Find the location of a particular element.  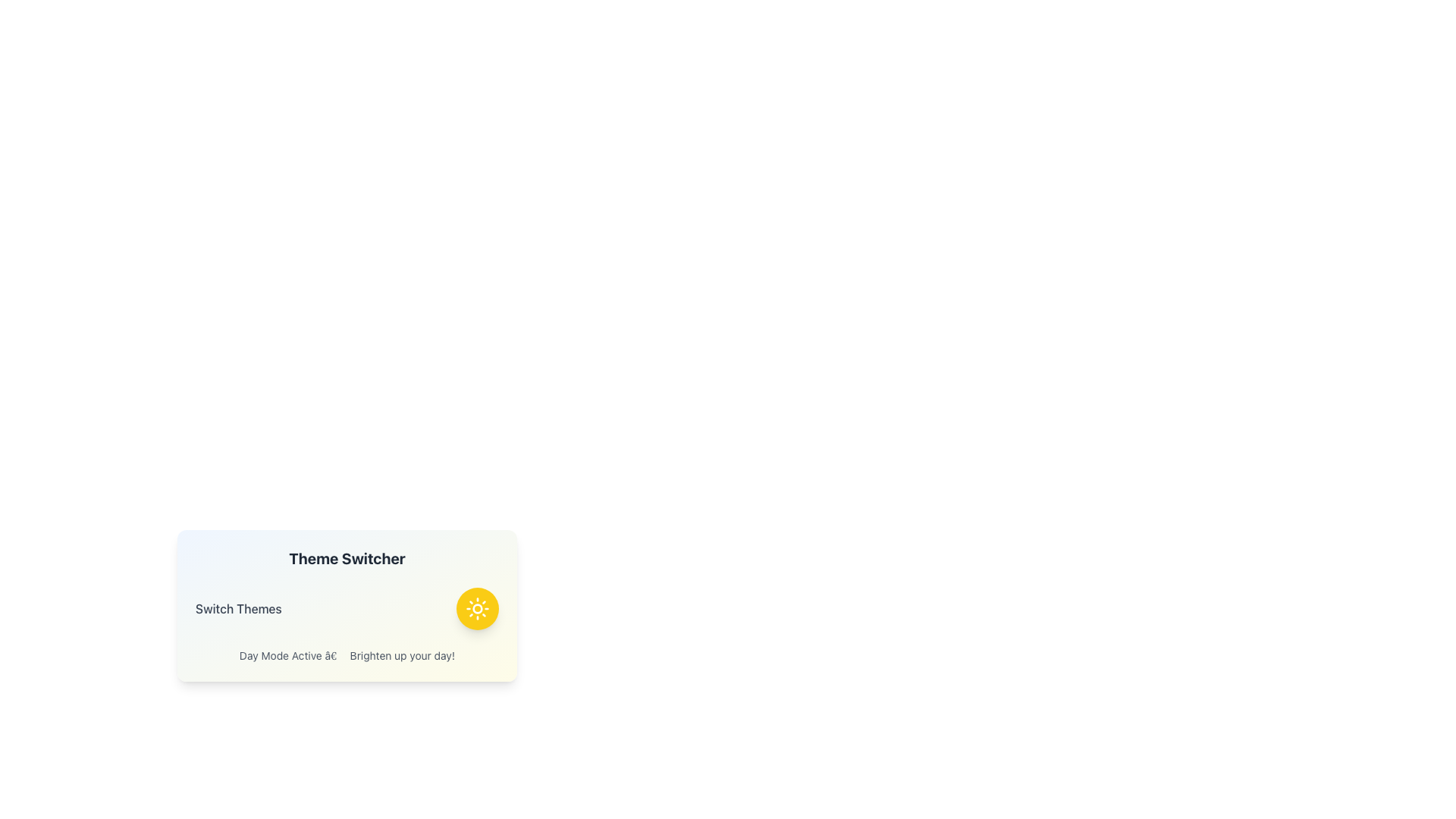

the sun icon within the 'Theme Switcher' card is located at coordinates (476, 607).